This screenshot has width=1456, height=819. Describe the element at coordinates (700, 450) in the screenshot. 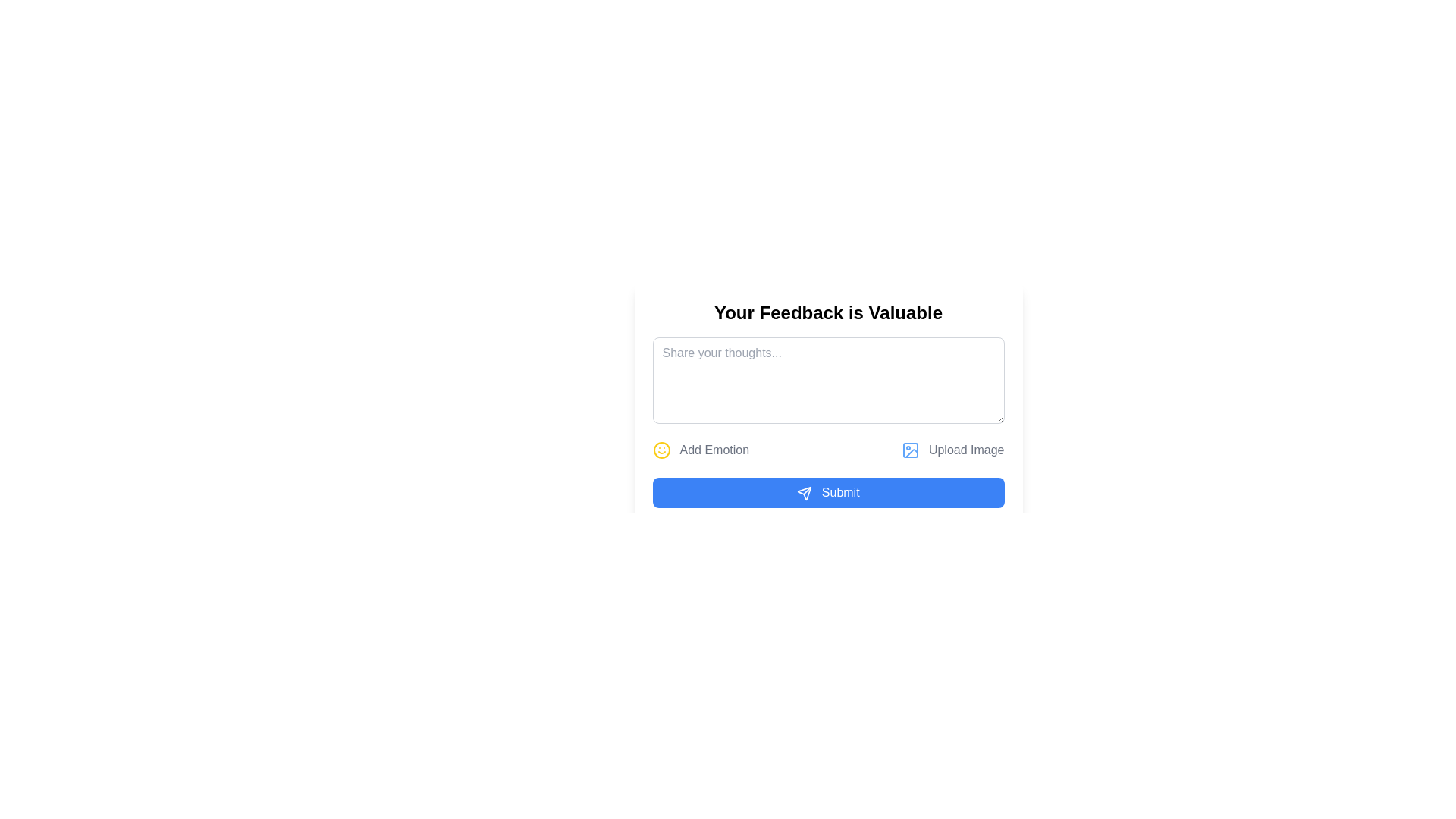

I see `the button that adds an emotional expression or emoticon` at that location.